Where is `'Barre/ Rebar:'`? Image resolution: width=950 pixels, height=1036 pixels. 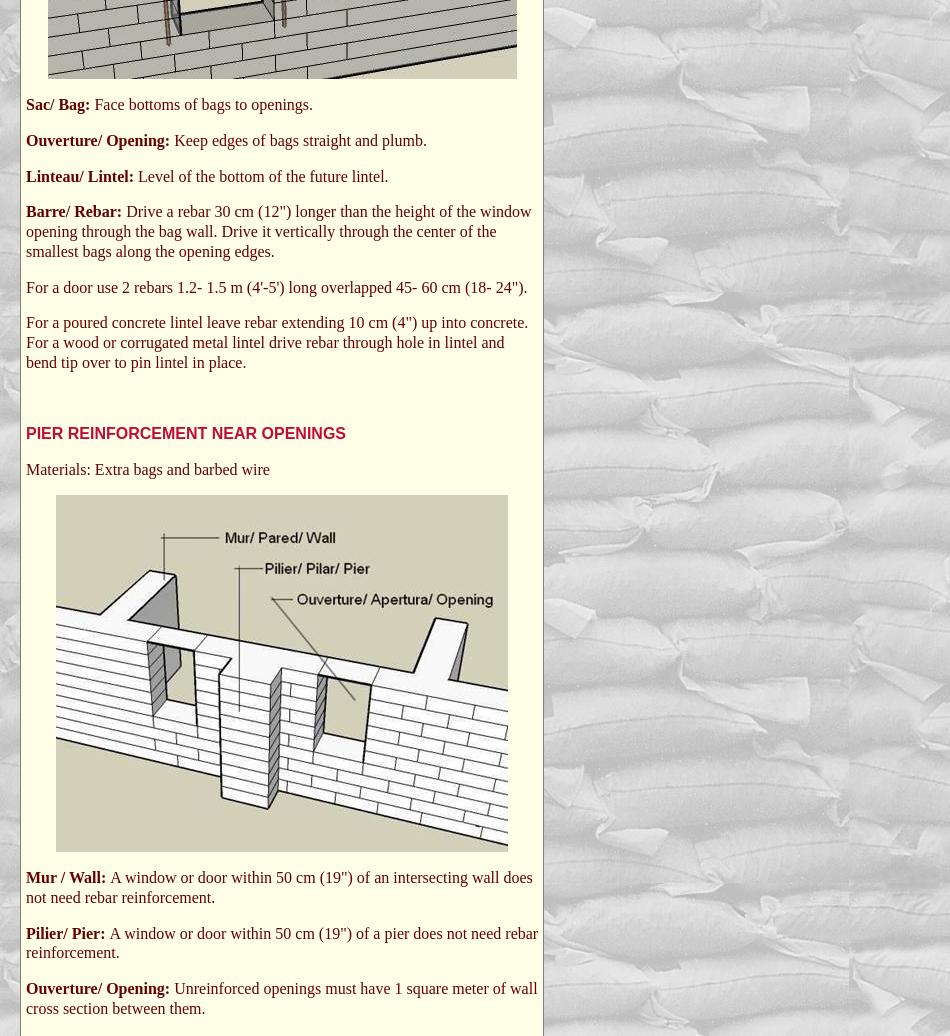 'Barre/ Rebar:' is located at coordinates (76, 211).